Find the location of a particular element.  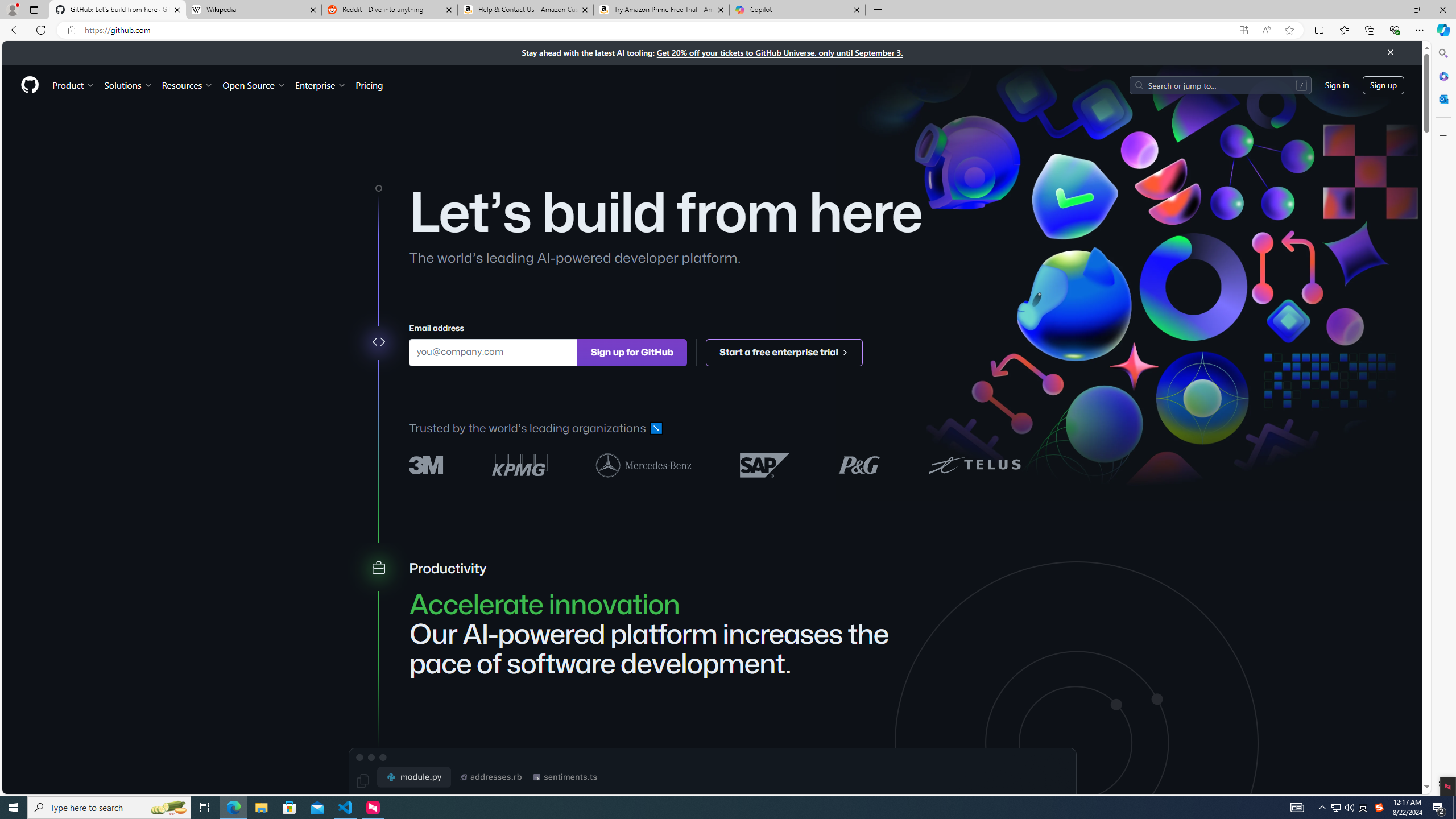

'Start a free enterprise trial ' is located at coordinates (784, 351).